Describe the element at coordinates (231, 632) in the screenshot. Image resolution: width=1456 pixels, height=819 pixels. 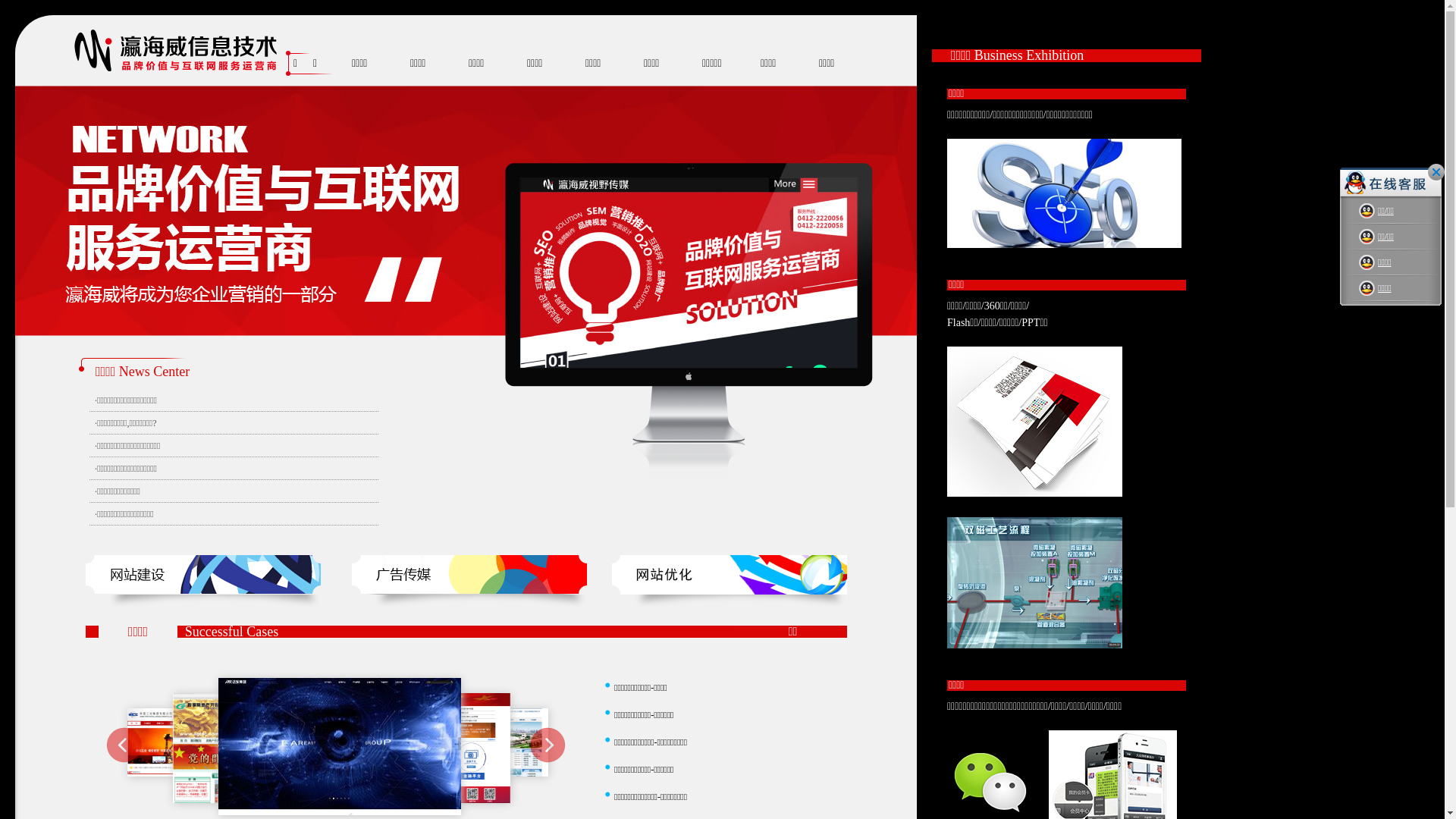
I see `'Successful Cases'` at that location.